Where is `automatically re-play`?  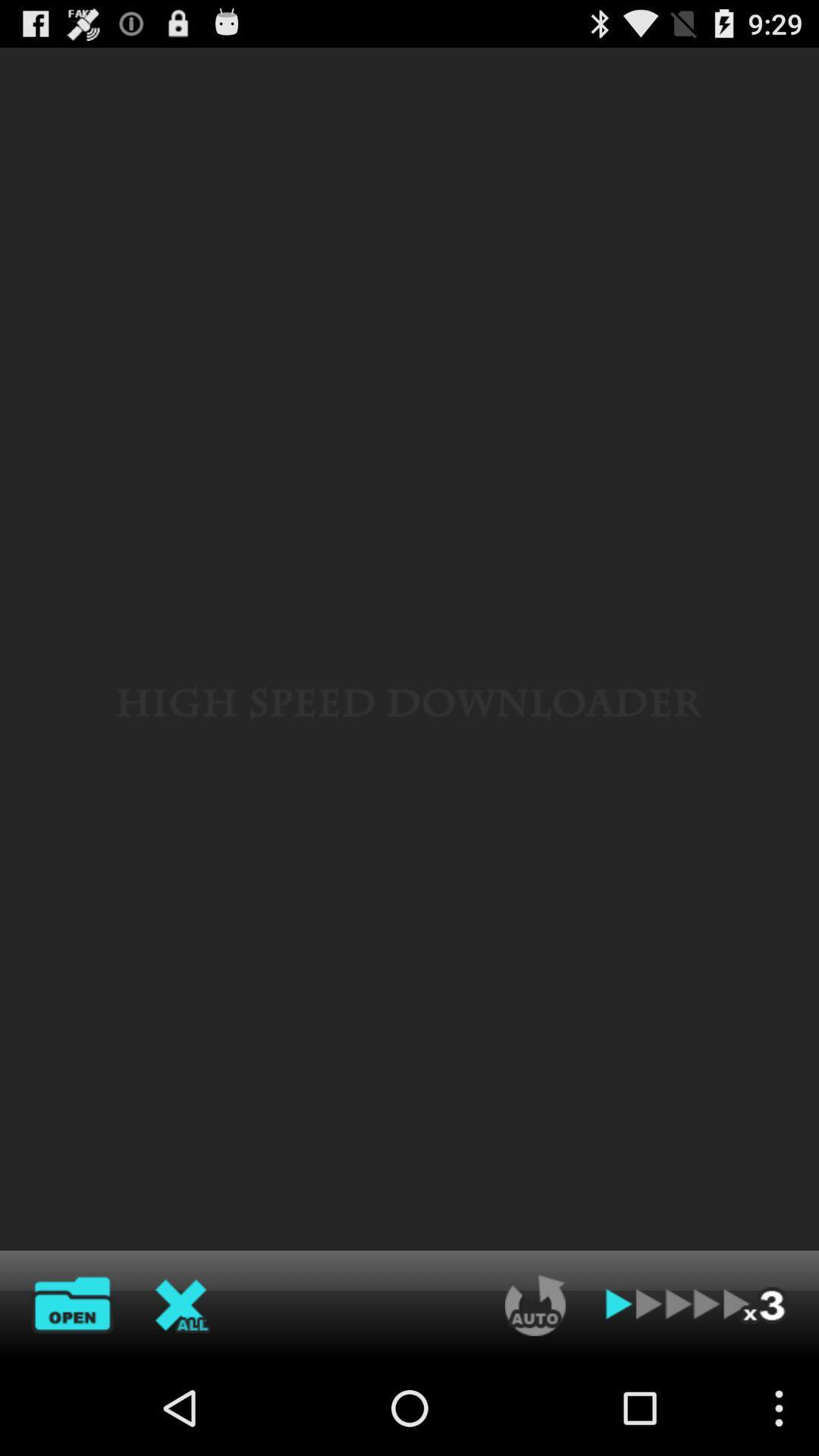 automatically re-play is located at coordinates (535, 1304).